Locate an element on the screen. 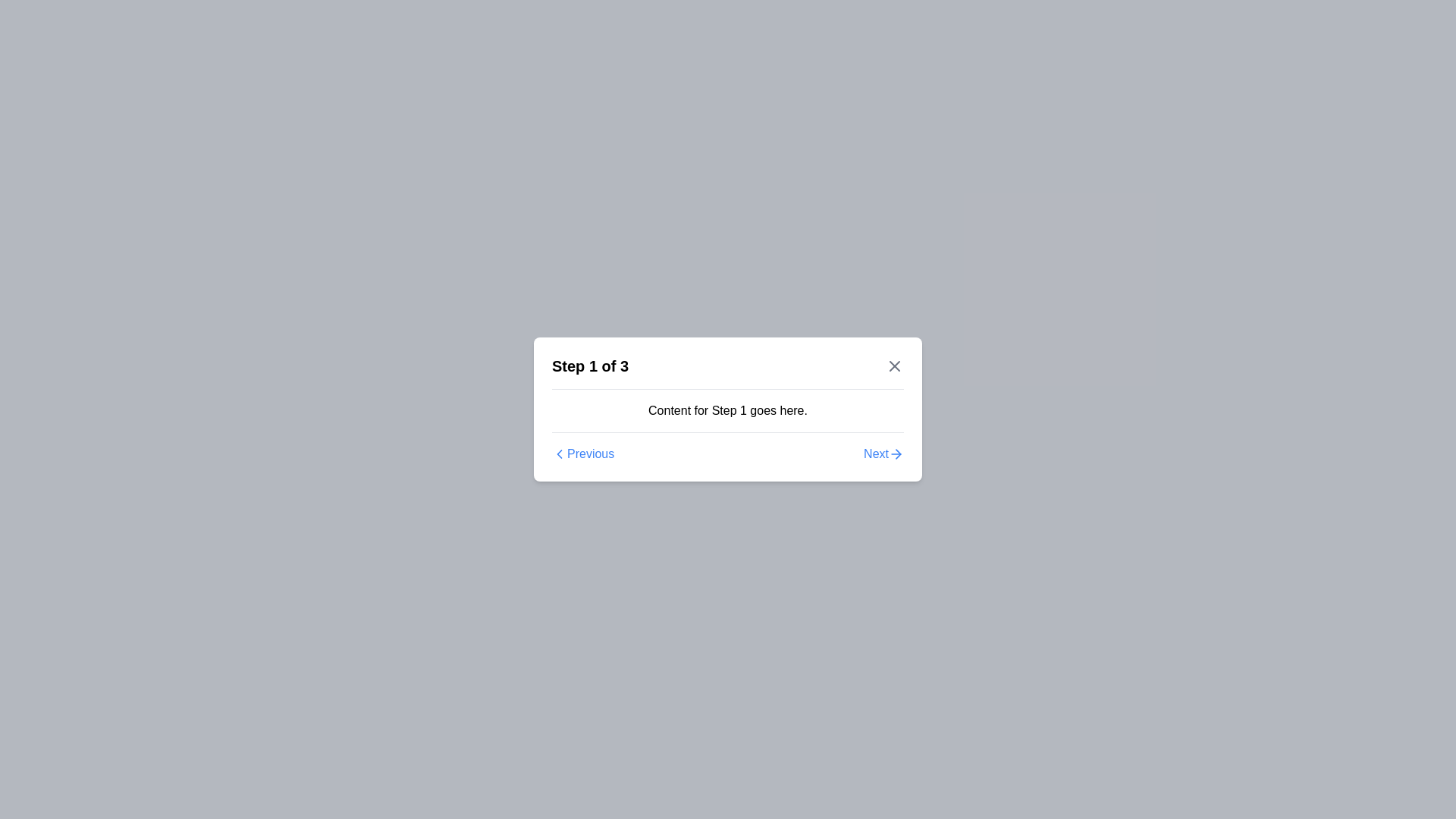  the 'Next' button with blue text and a rightwards arrow icon is located at coordinates (883, 453).